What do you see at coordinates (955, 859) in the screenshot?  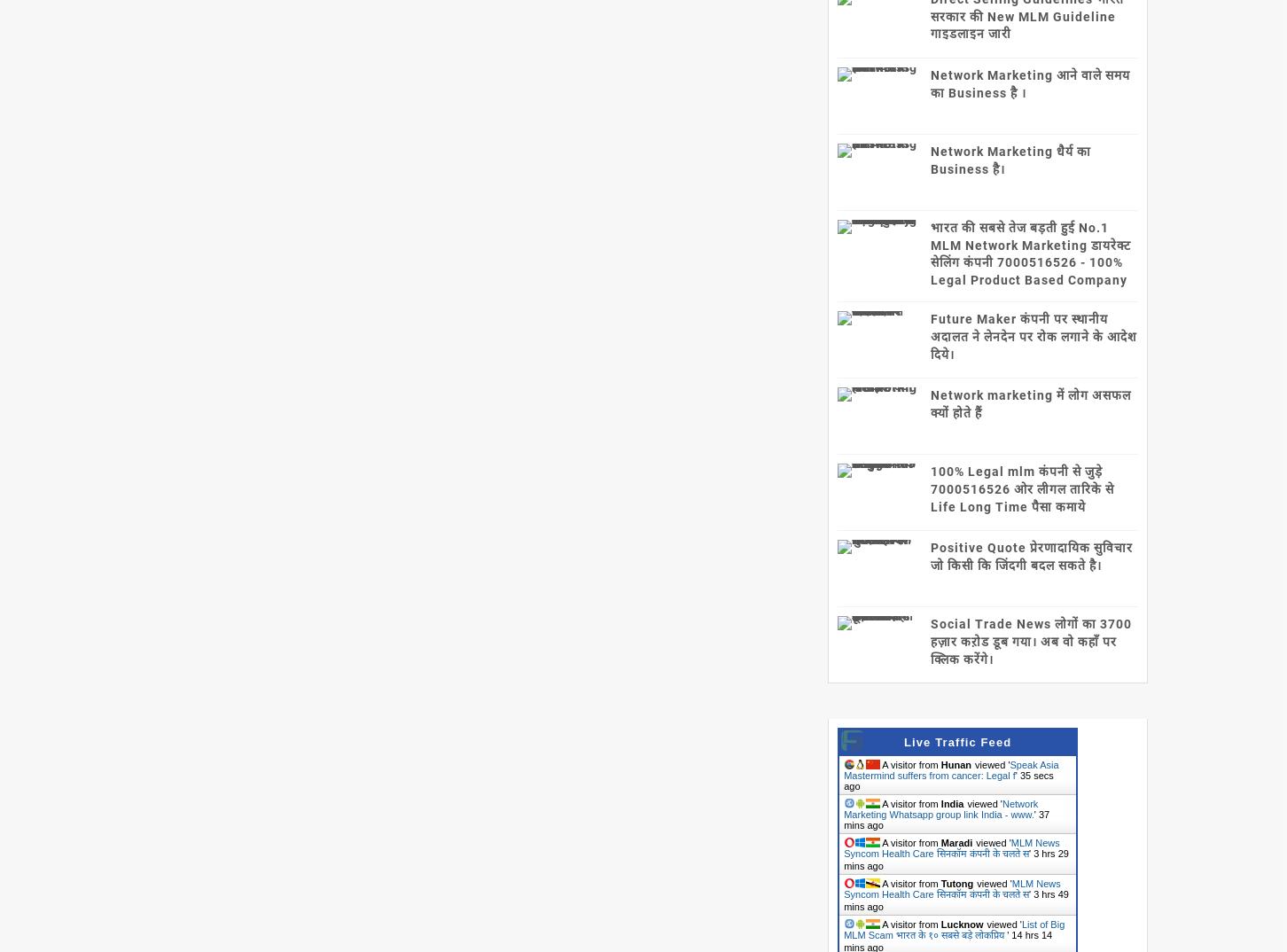 I see `'3 hrs 29 mins ago'` at bounding box center [955, 859].